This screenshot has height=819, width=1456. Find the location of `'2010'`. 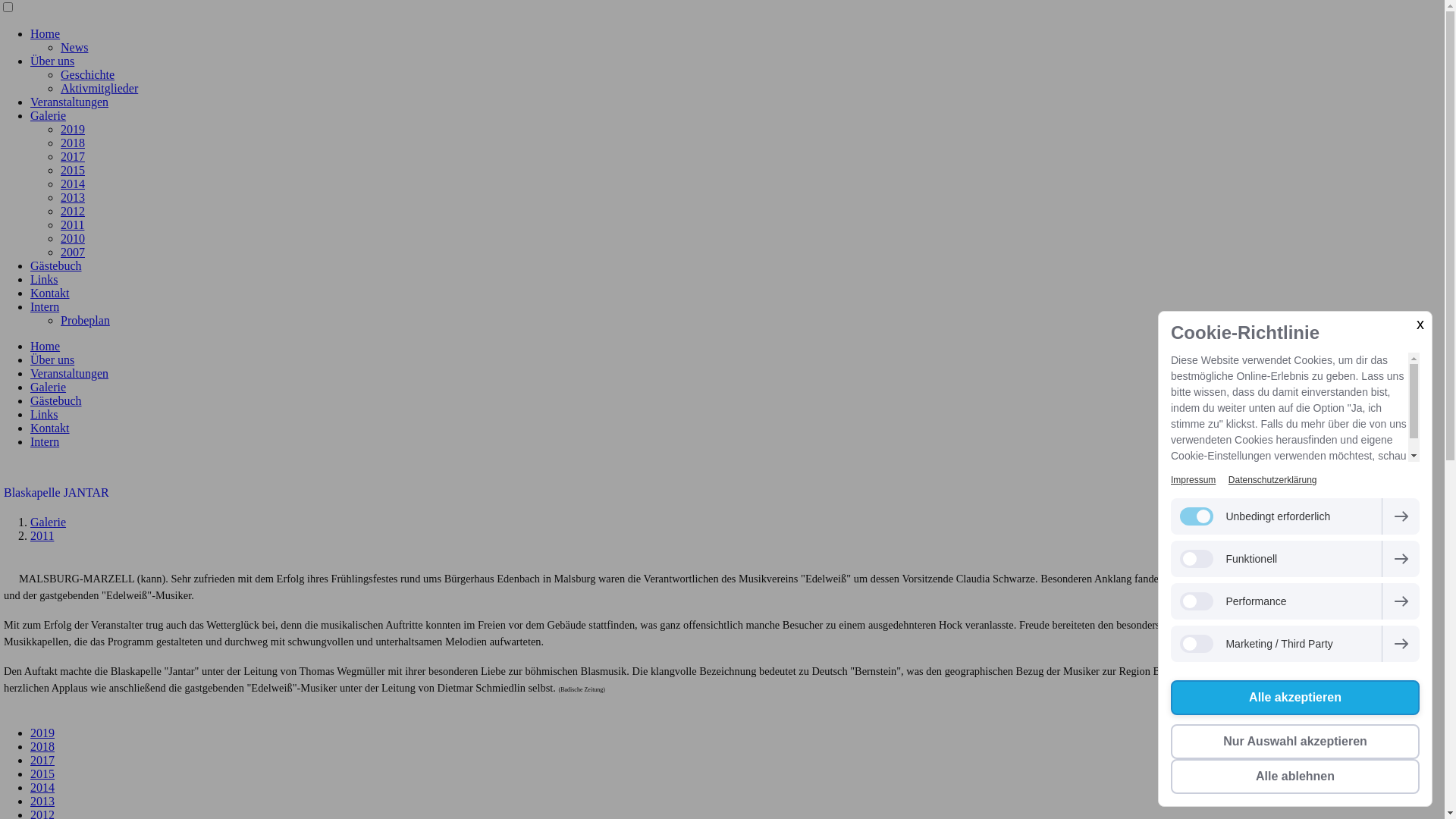

'2010' is located at coordinates (72, 238).